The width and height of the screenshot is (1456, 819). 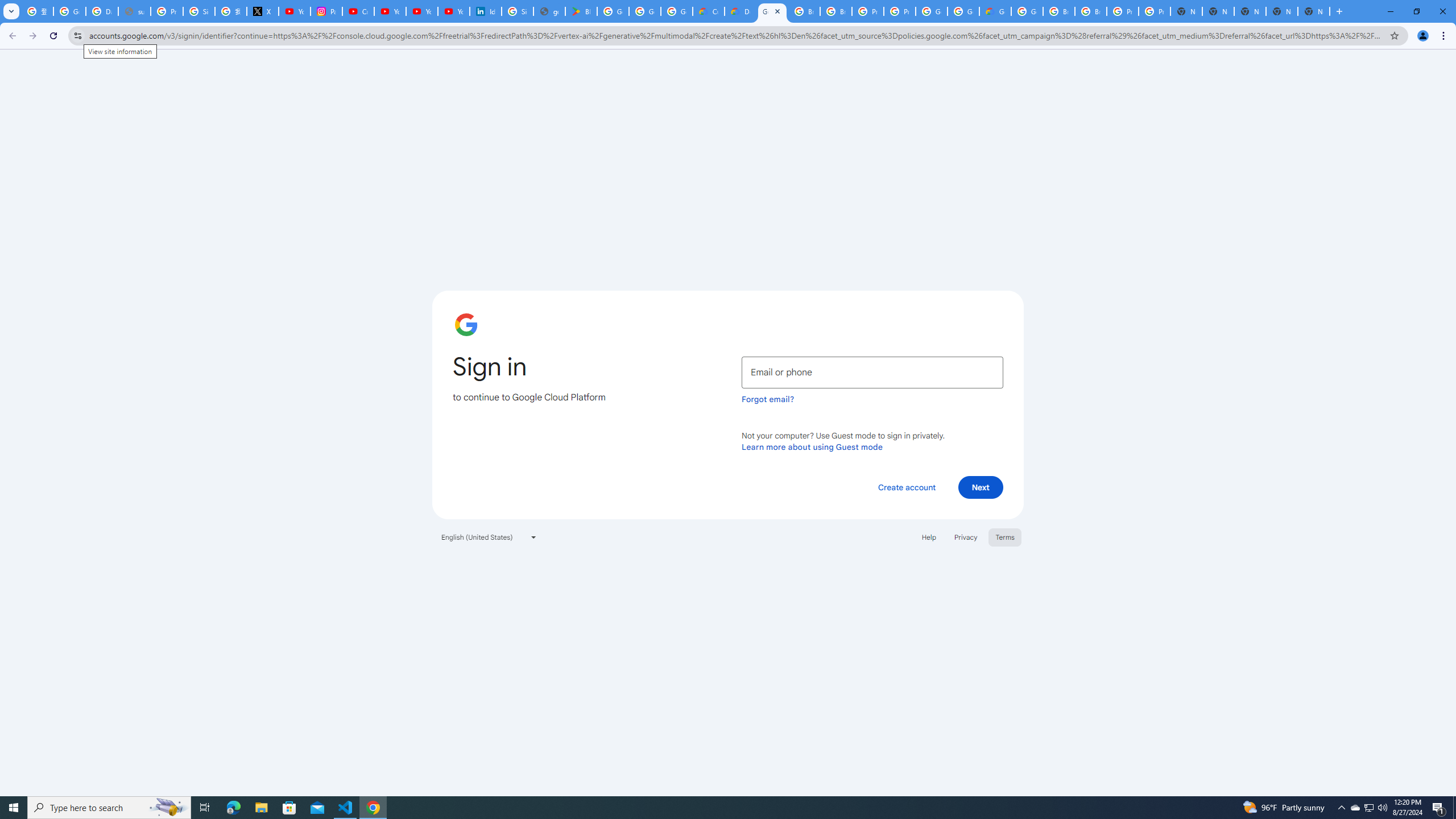 What do you see at coordinates (981, 486) in the screenshot?
I see `'Next'` at bounding box center [981, 486].